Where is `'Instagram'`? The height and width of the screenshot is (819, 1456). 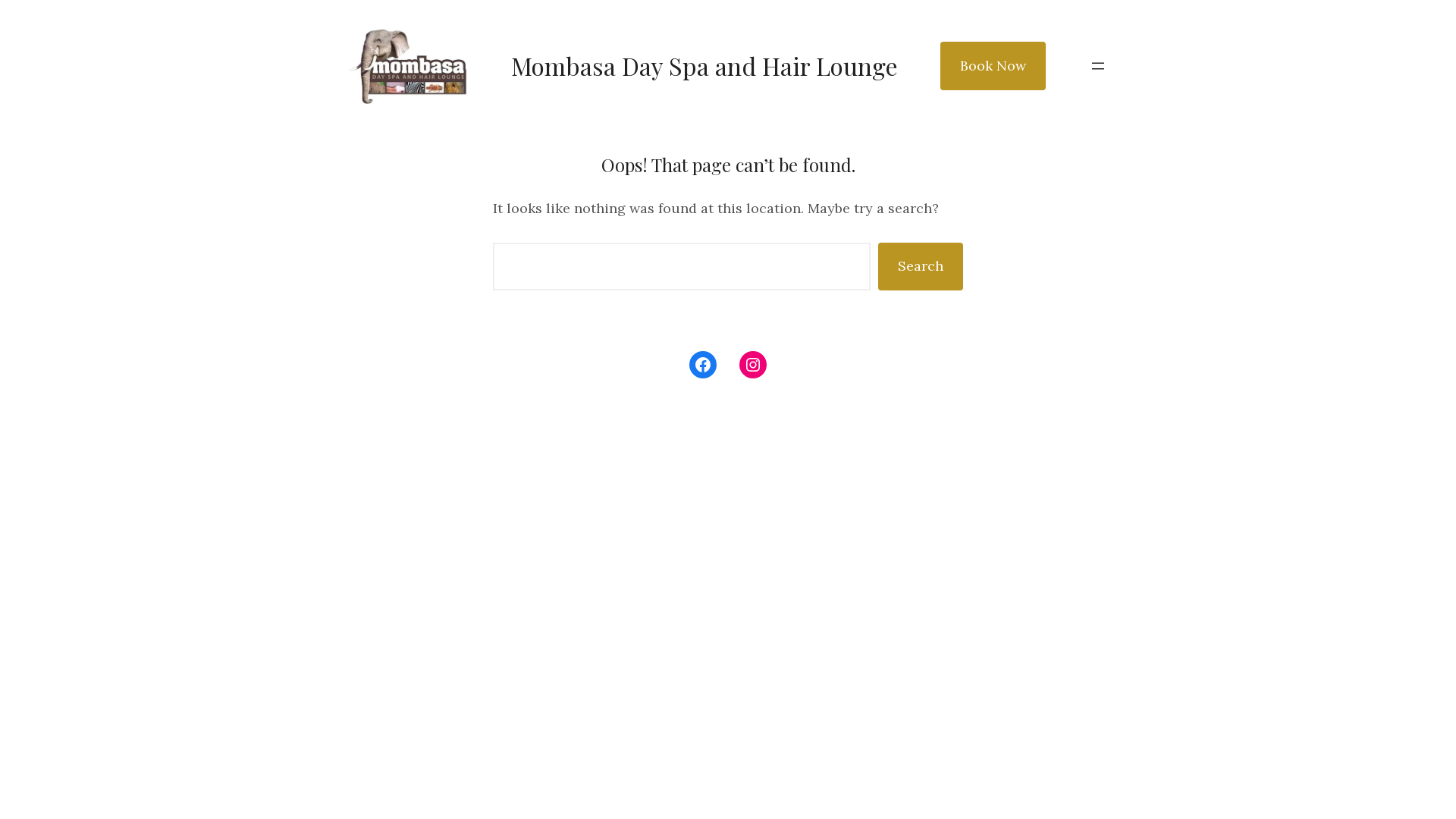 'Instagram' is located at coordinates (753, 365).